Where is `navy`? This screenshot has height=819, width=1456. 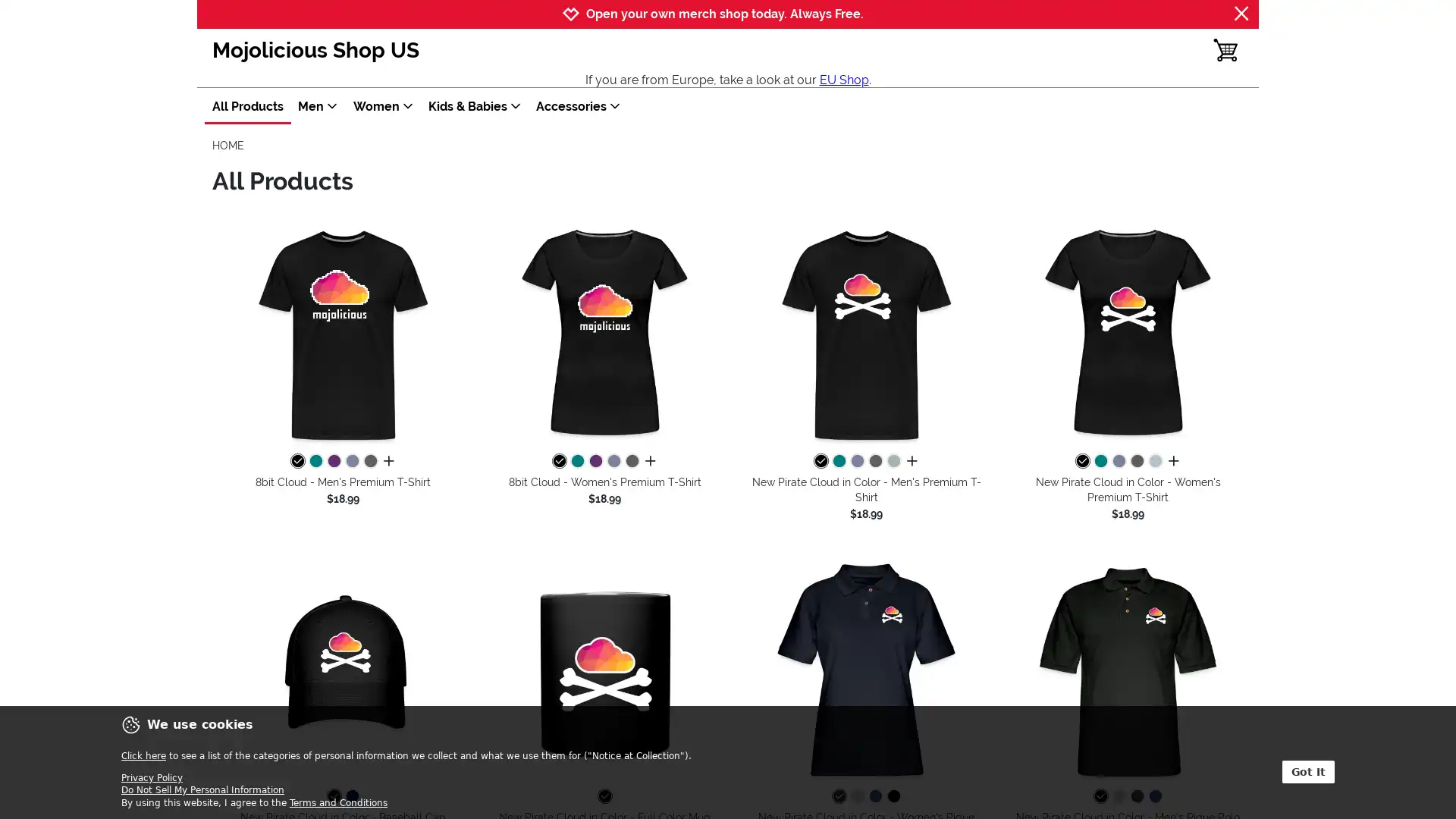
navy is located at coordinates (351, 796).